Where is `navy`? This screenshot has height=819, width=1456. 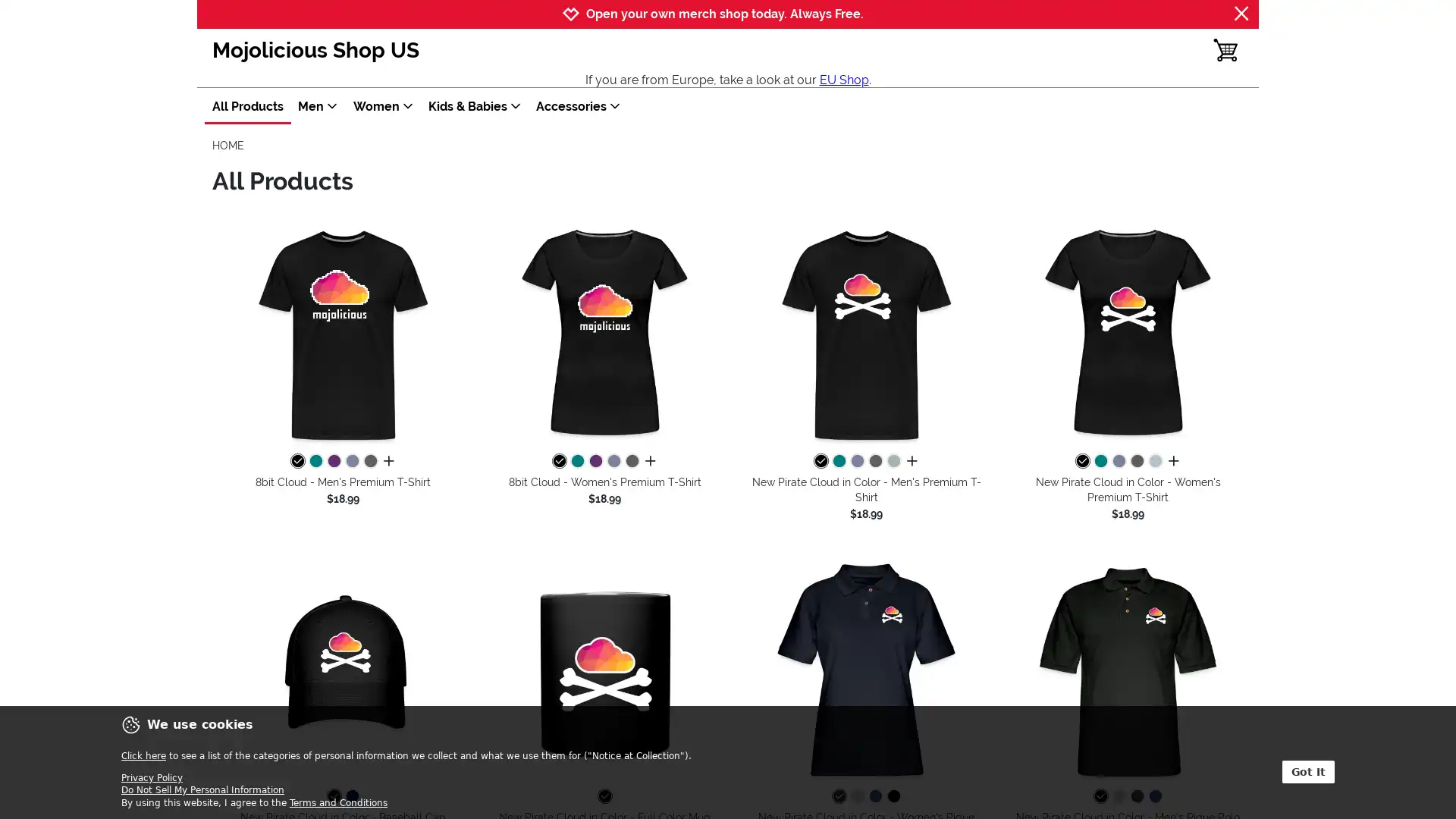
navy is located at coordinates (351, 796).